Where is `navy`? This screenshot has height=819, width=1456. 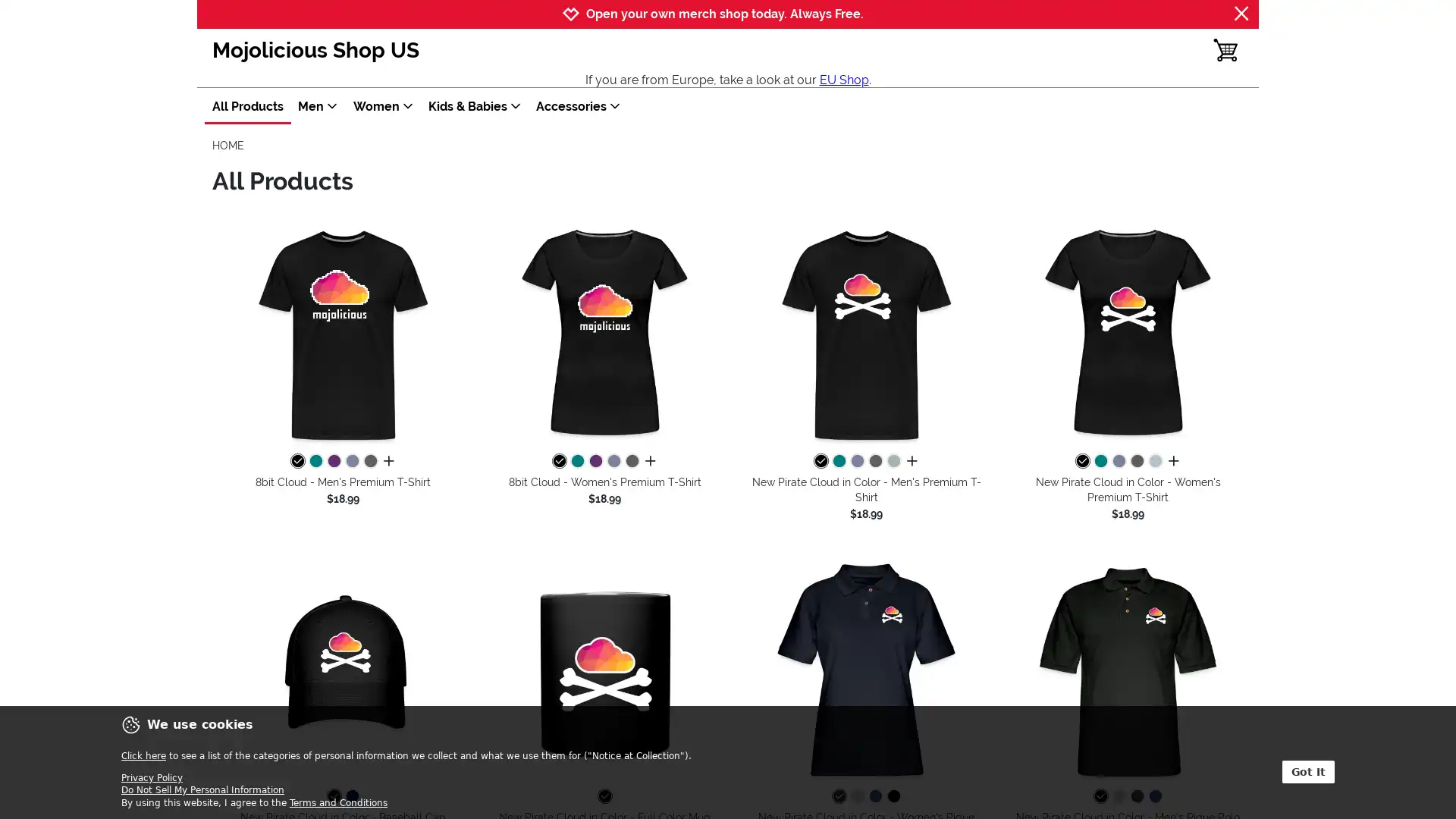
navy is located at coordinates (351, 796).